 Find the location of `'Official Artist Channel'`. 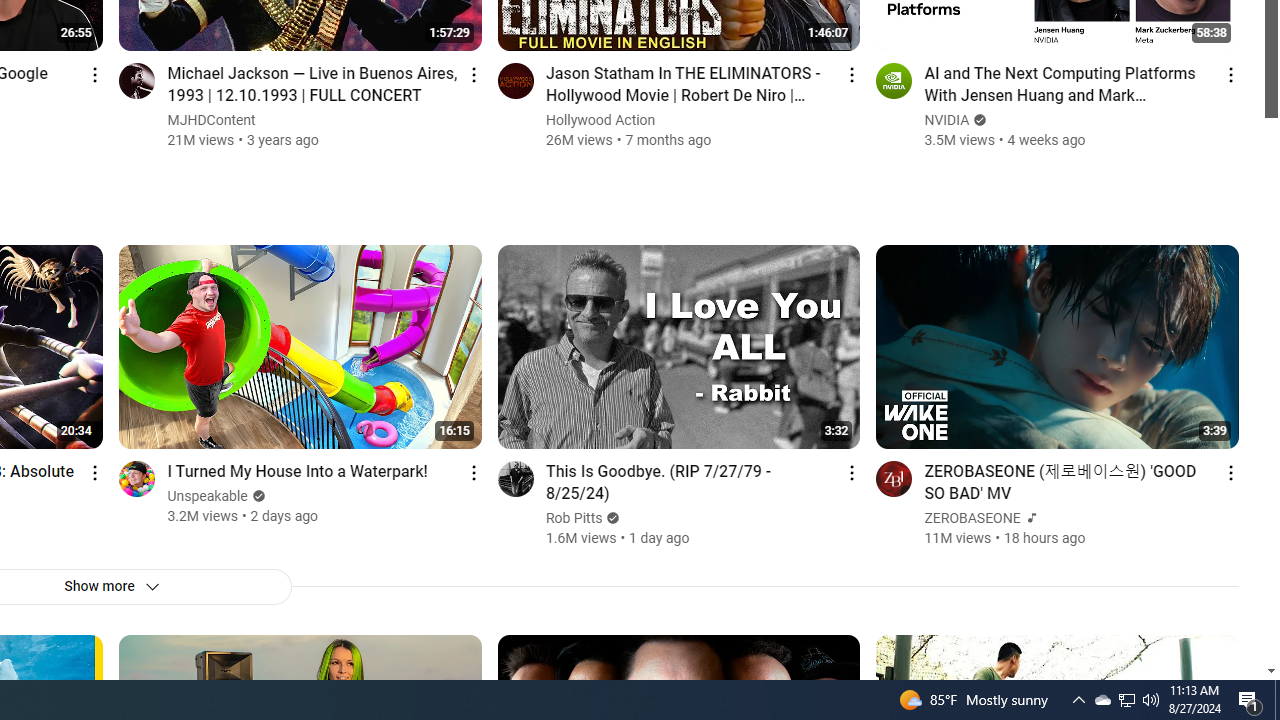

'Official Artist Channel' is located at coordinates (1029, 517).